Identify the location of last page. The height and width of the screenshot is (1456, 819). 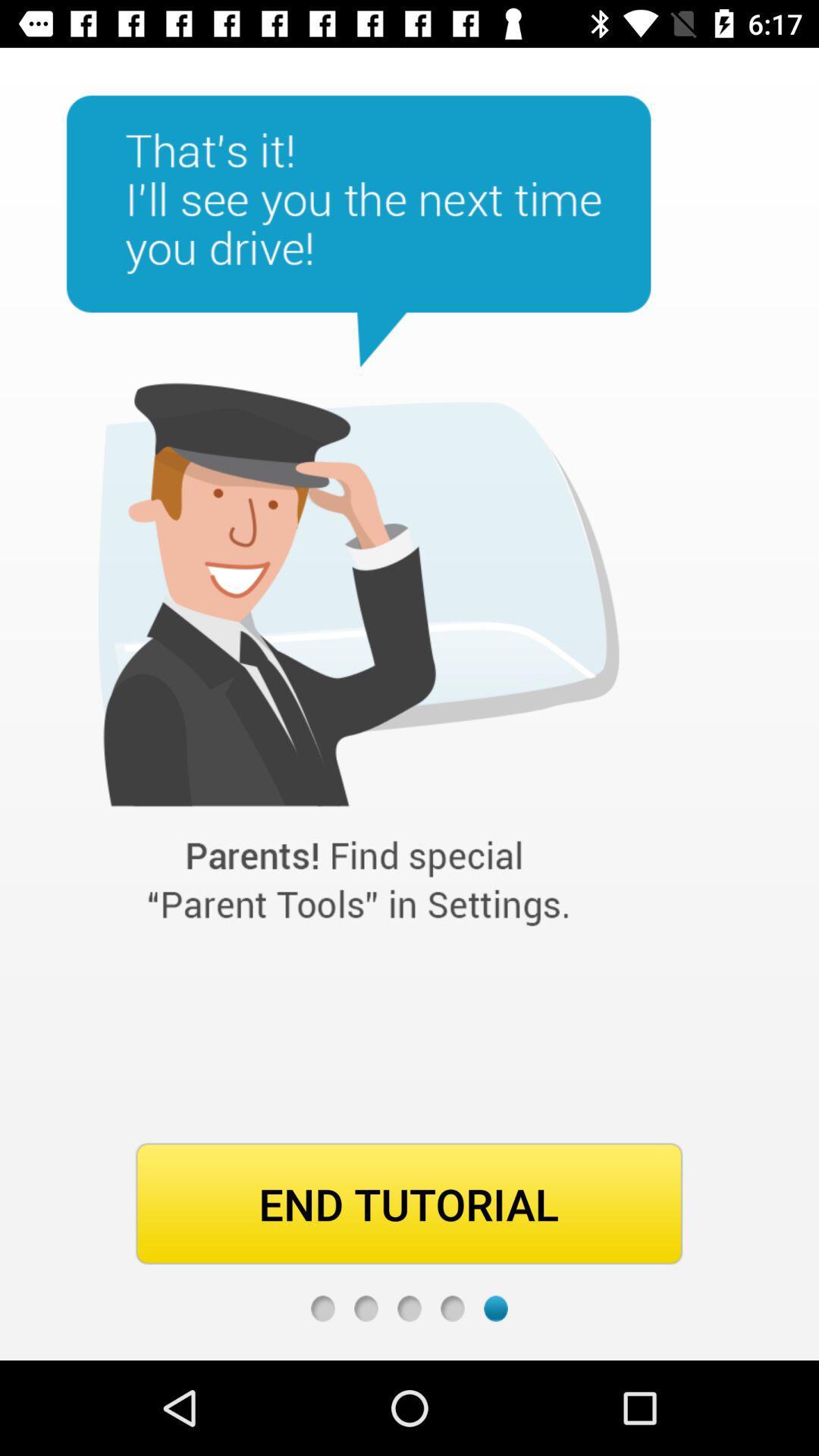
(496, 1307).